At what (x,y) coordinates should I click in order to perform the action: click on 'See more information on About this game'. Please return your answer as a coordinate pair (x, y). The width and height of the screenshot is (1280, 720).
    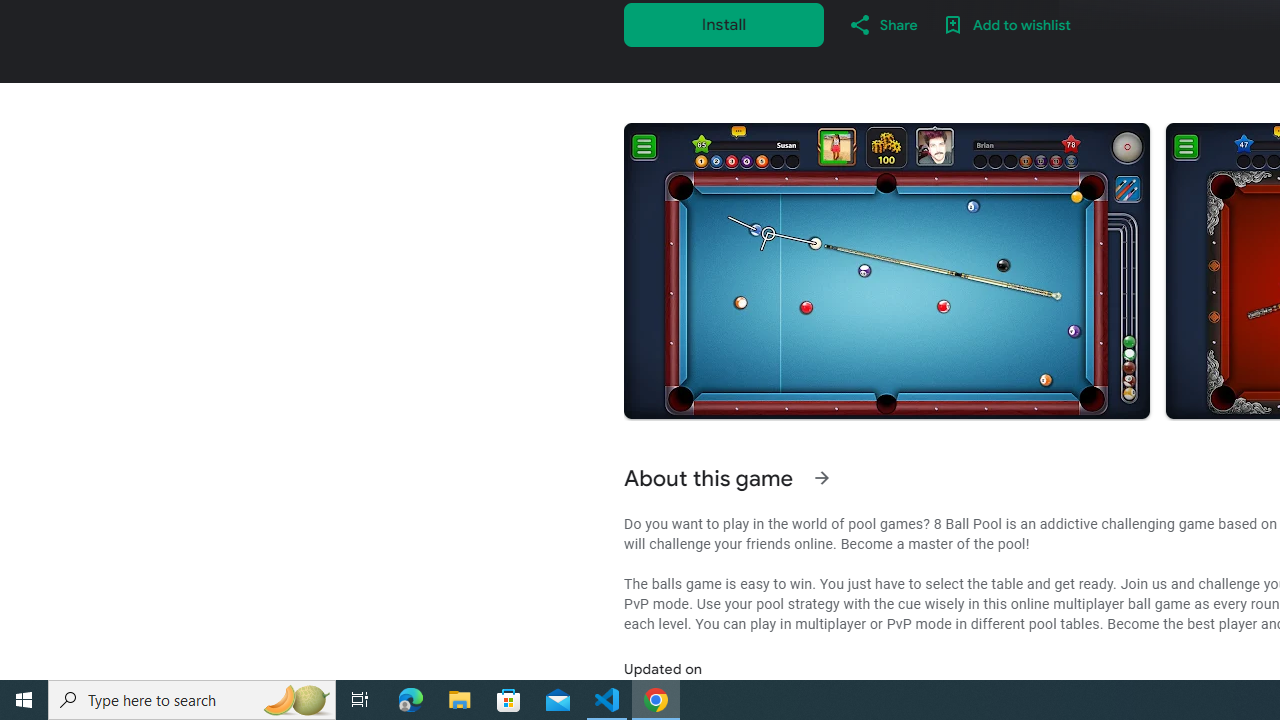
    Looking at the image, I should click on (821, 478).